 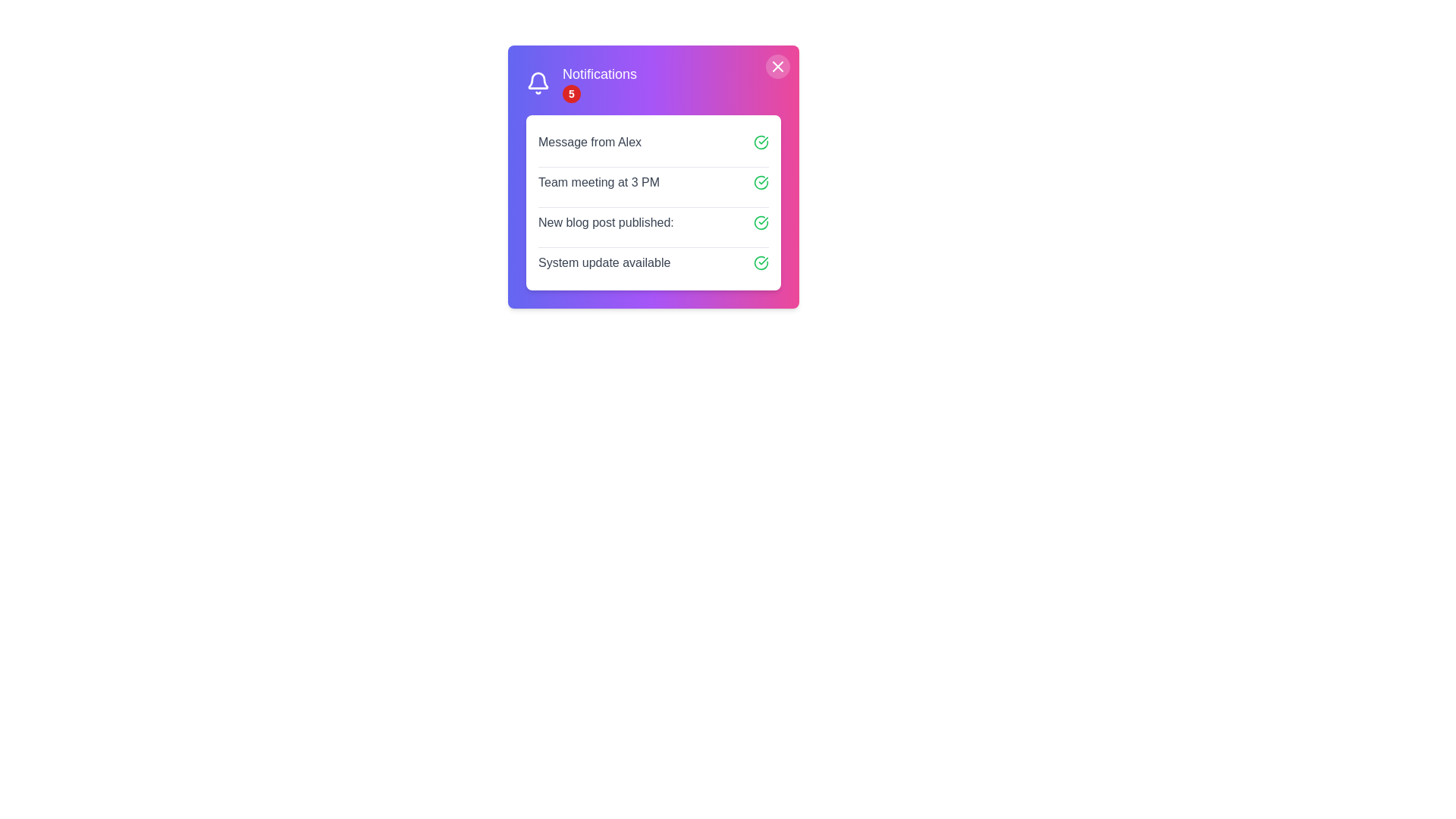 I want to click on the text label displaying 'System update available' within the notification pop-up panel, which is aligned to the left and part of a notification item at the bottom of the list, so click(x=604, y=262).